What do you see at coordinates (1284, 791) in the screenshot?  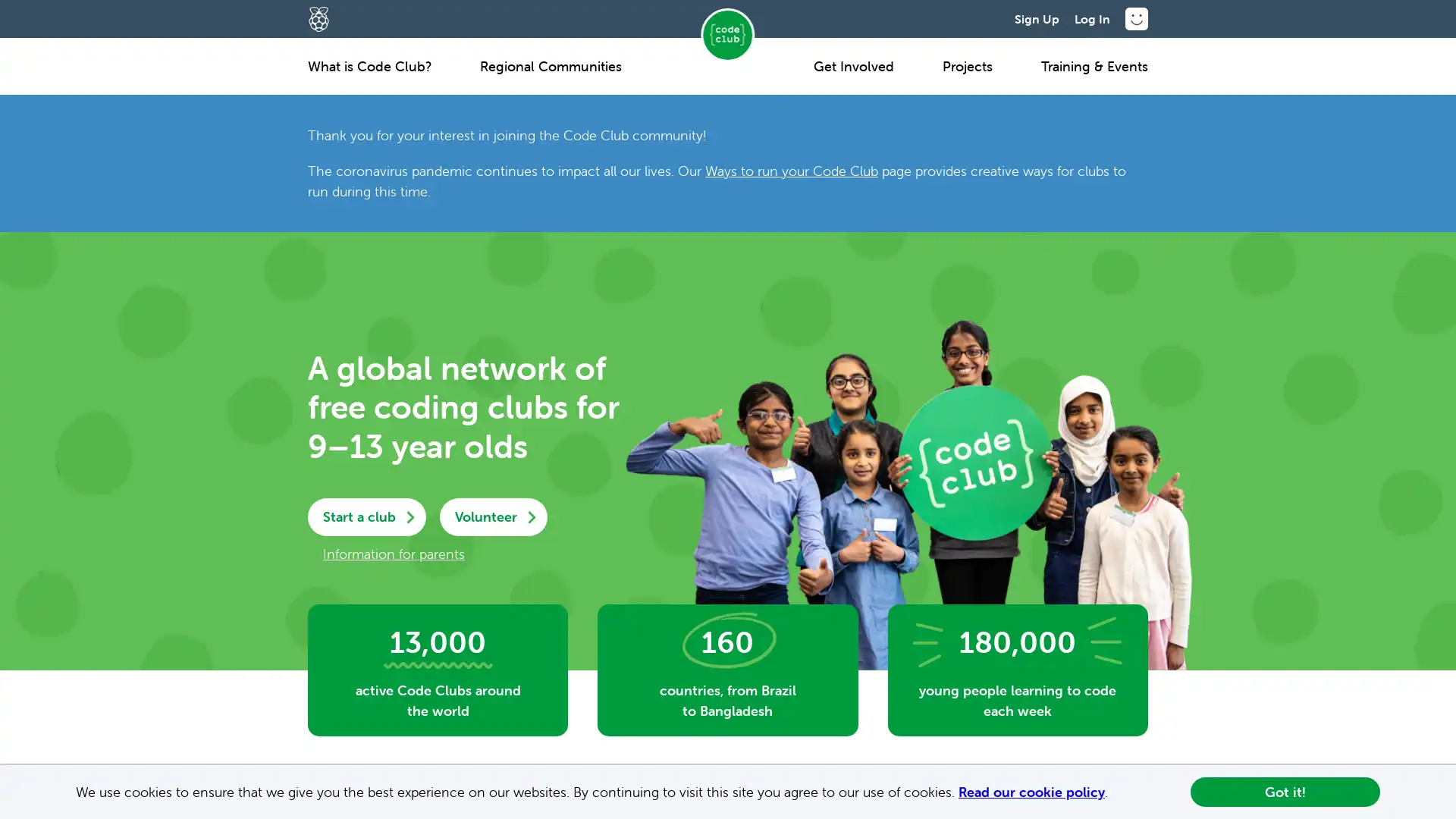 I see `dismiss cookie message` at bounding box center [1284, 791].